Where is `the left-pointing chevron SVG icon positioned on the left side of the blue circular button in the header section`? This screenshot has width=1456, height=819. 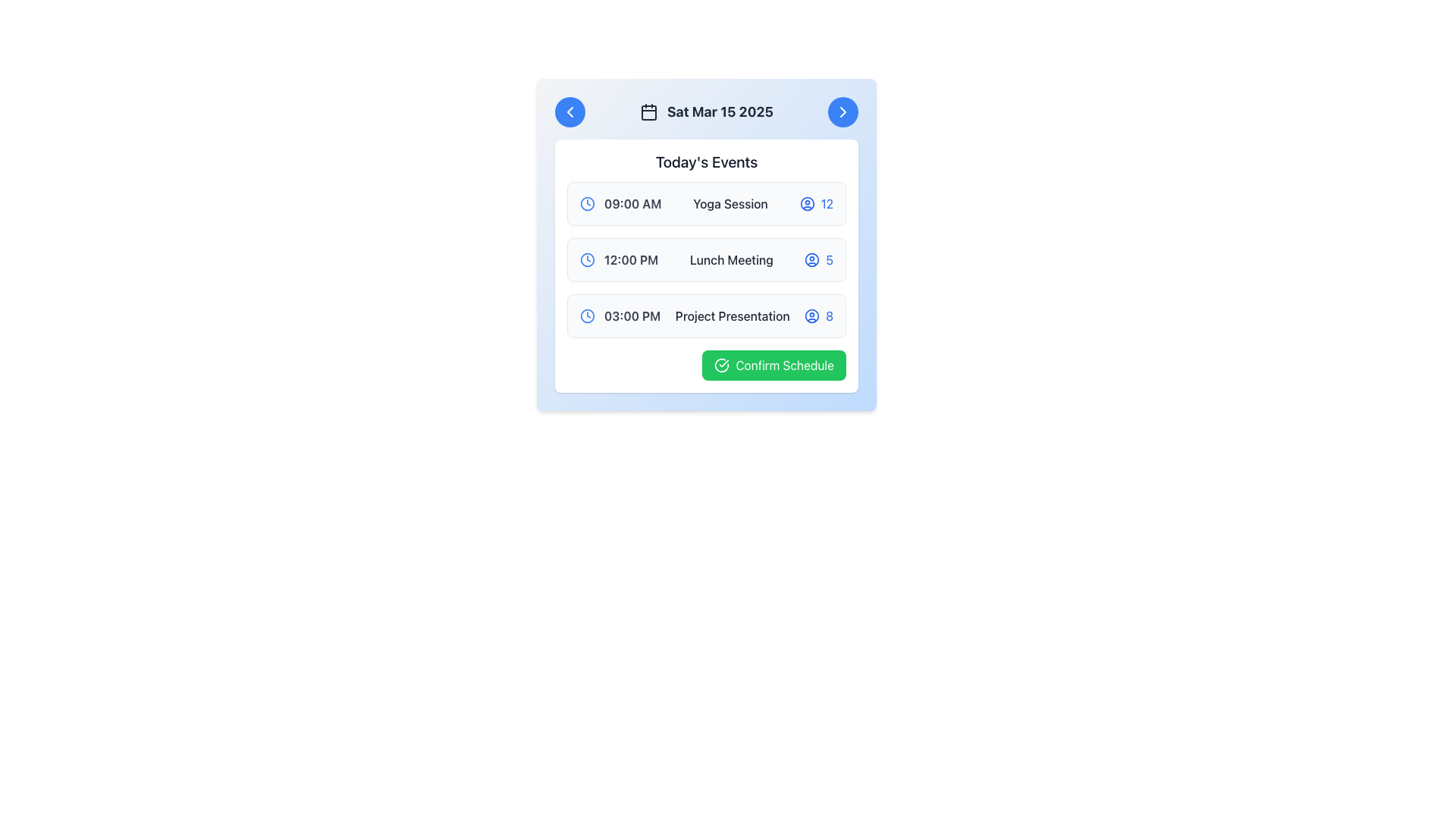 the left-pointing chevron SVG icon positioned on the left side of the blue circular button in the header section is located at coordinates (570, 111).